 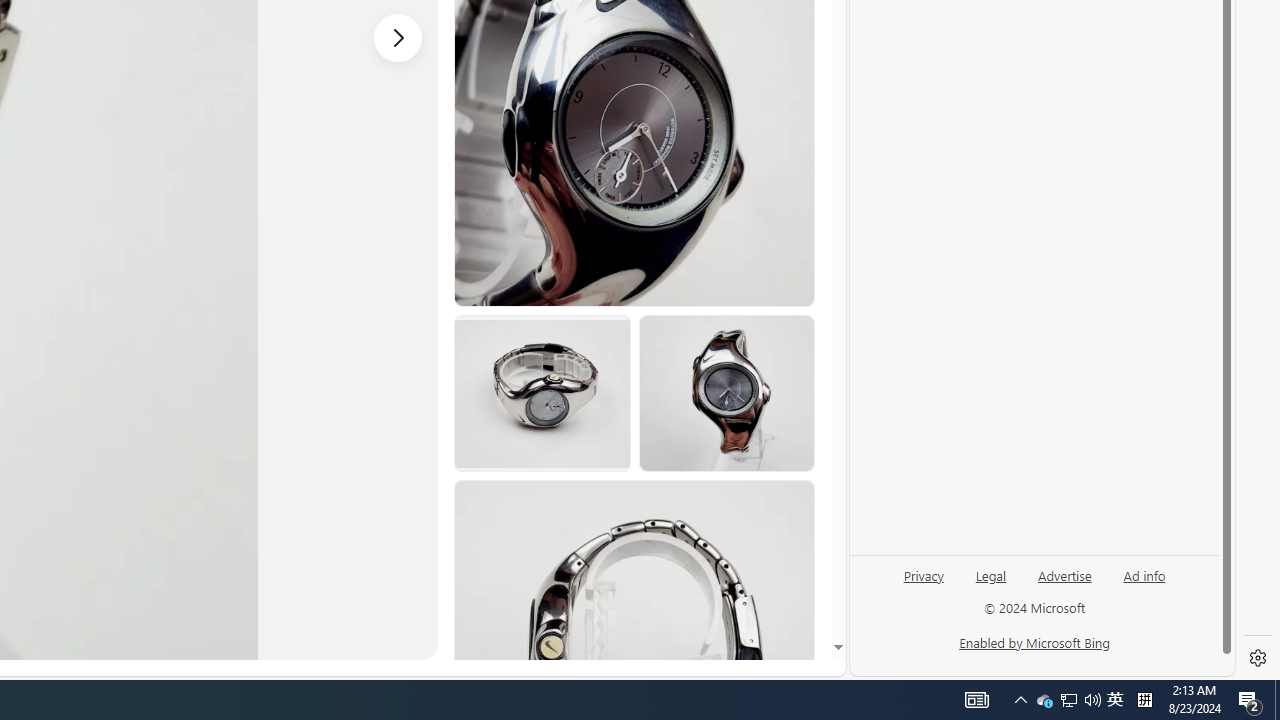 I want to click on 'Legal', so click(x=991, y=574).